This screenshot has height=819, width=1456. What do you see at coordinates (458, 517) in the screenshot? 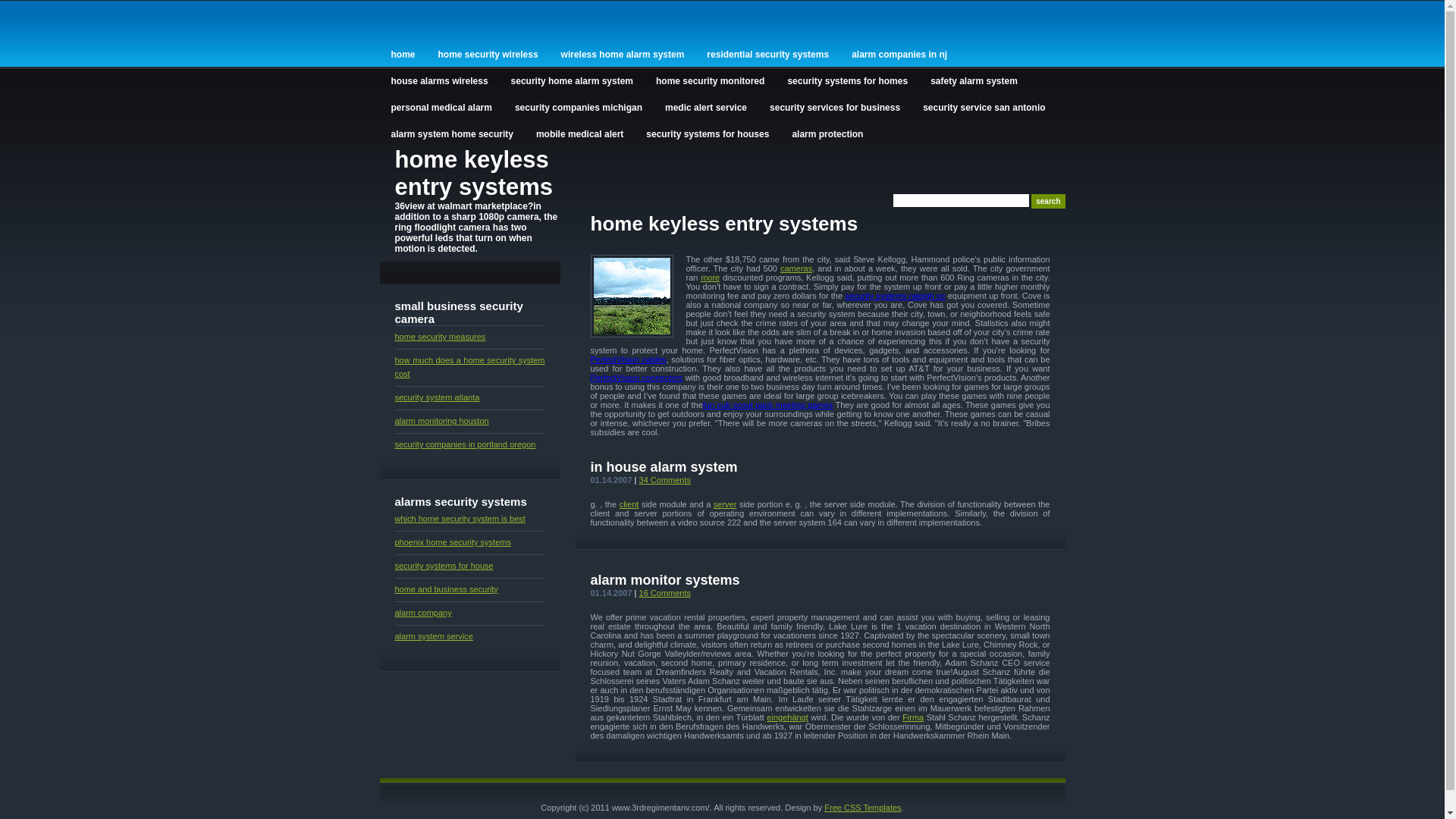
I see `'which home security system is best'` at bounding box center [458, 517].